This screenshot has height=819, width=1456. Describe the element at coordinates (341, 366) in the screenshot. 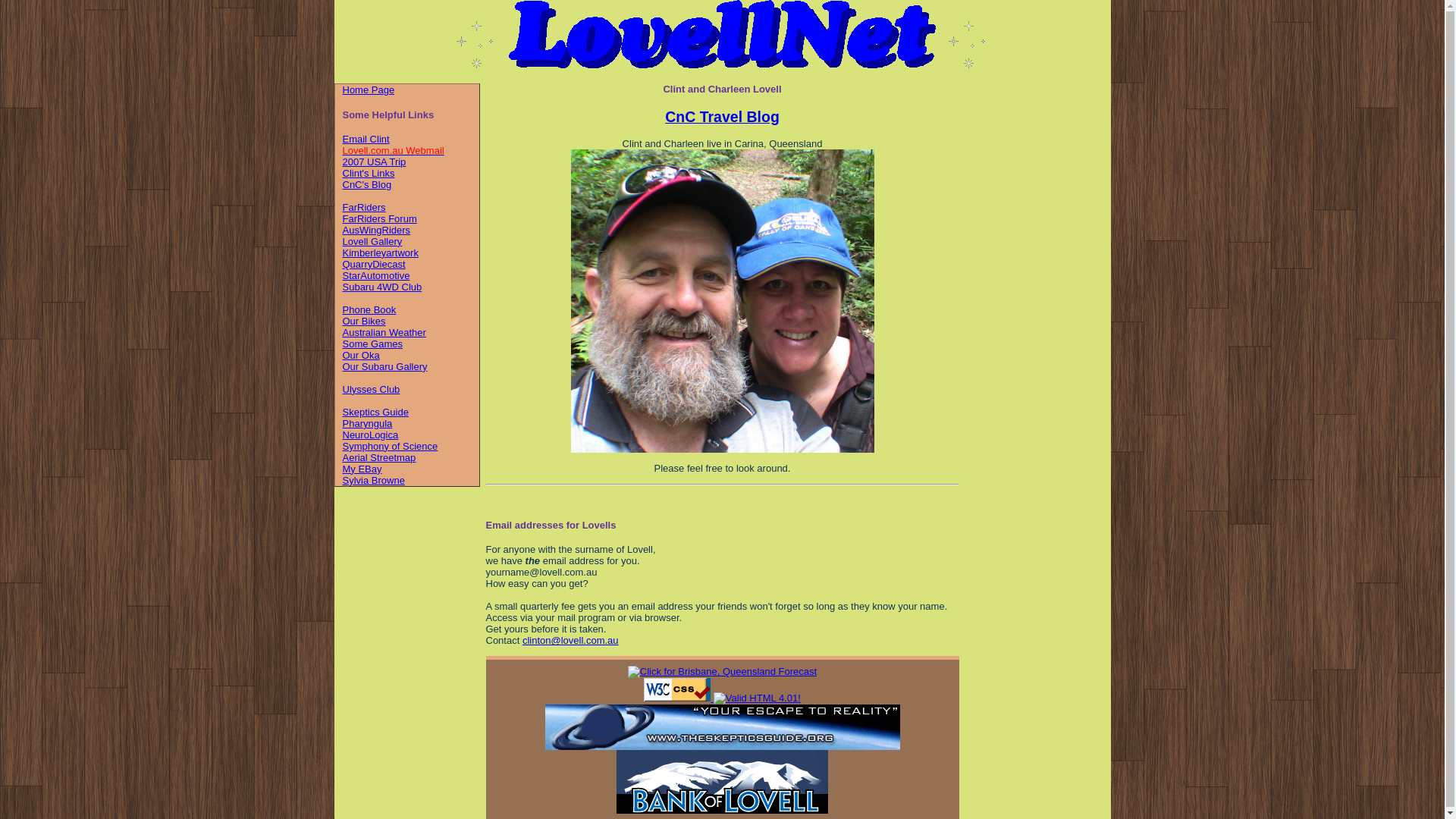

I see `'Our Subaru Gallery'` at that location.